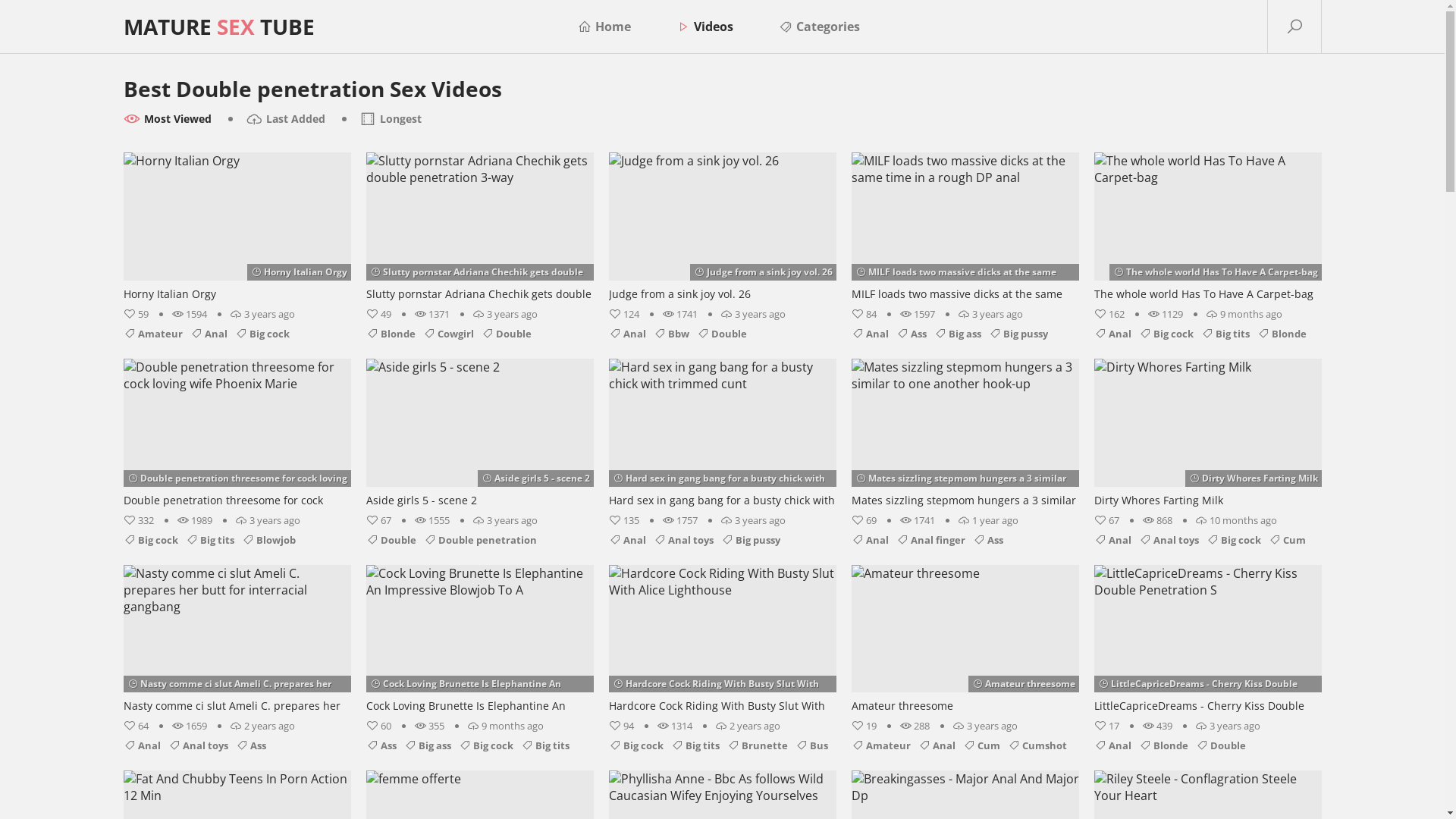  Describe the element at coordinates (989, 332) in the screenshot. I see `'Big pussy'` at that location.